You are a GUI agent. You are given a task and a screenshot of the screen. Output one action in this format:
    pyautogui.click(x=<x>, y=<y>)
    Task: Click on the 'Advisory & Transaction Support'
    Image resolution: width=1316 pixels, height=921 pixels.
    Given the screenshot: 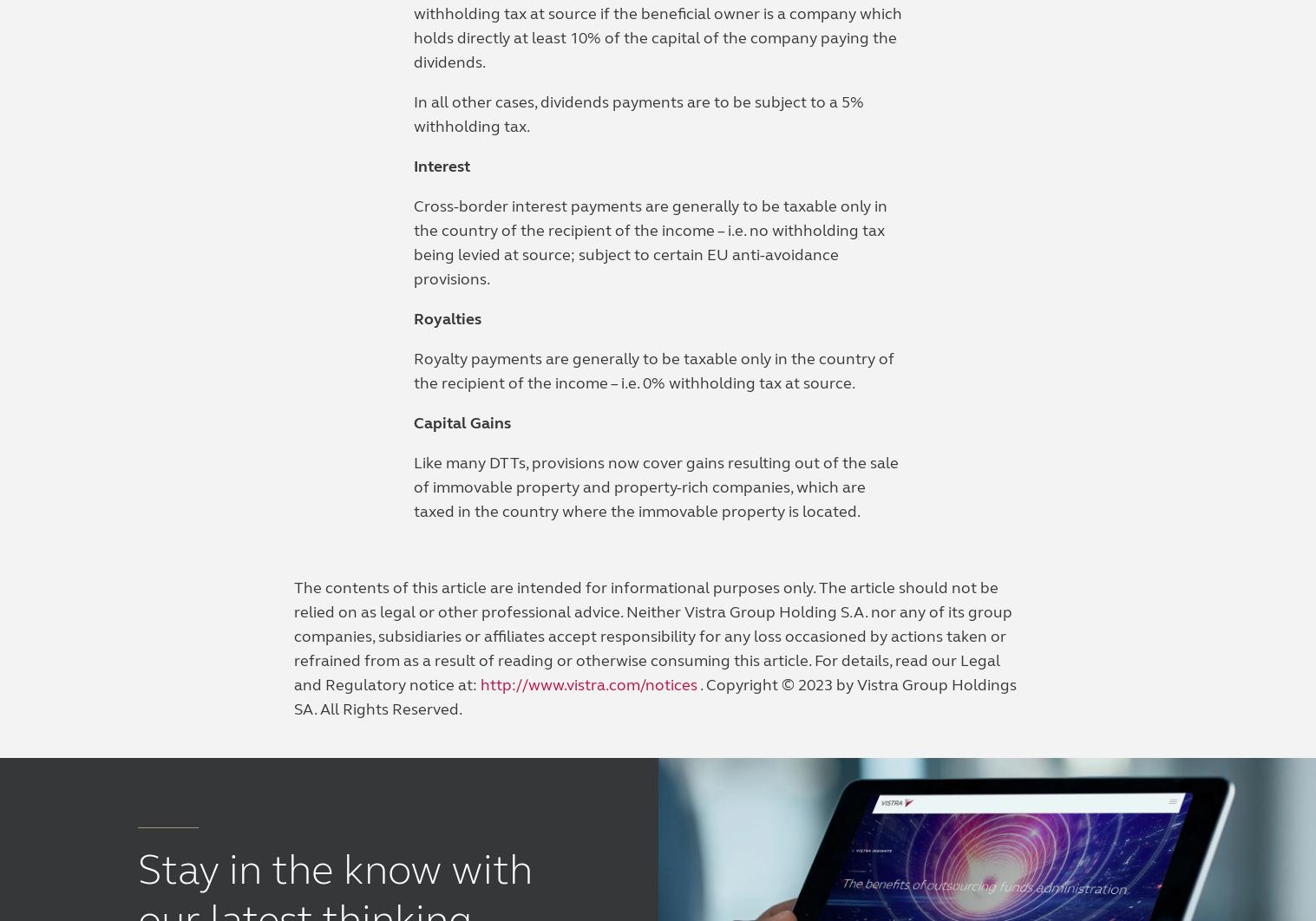 What is the action you would take?
    pyautogui.click(x=137, y=422)
    